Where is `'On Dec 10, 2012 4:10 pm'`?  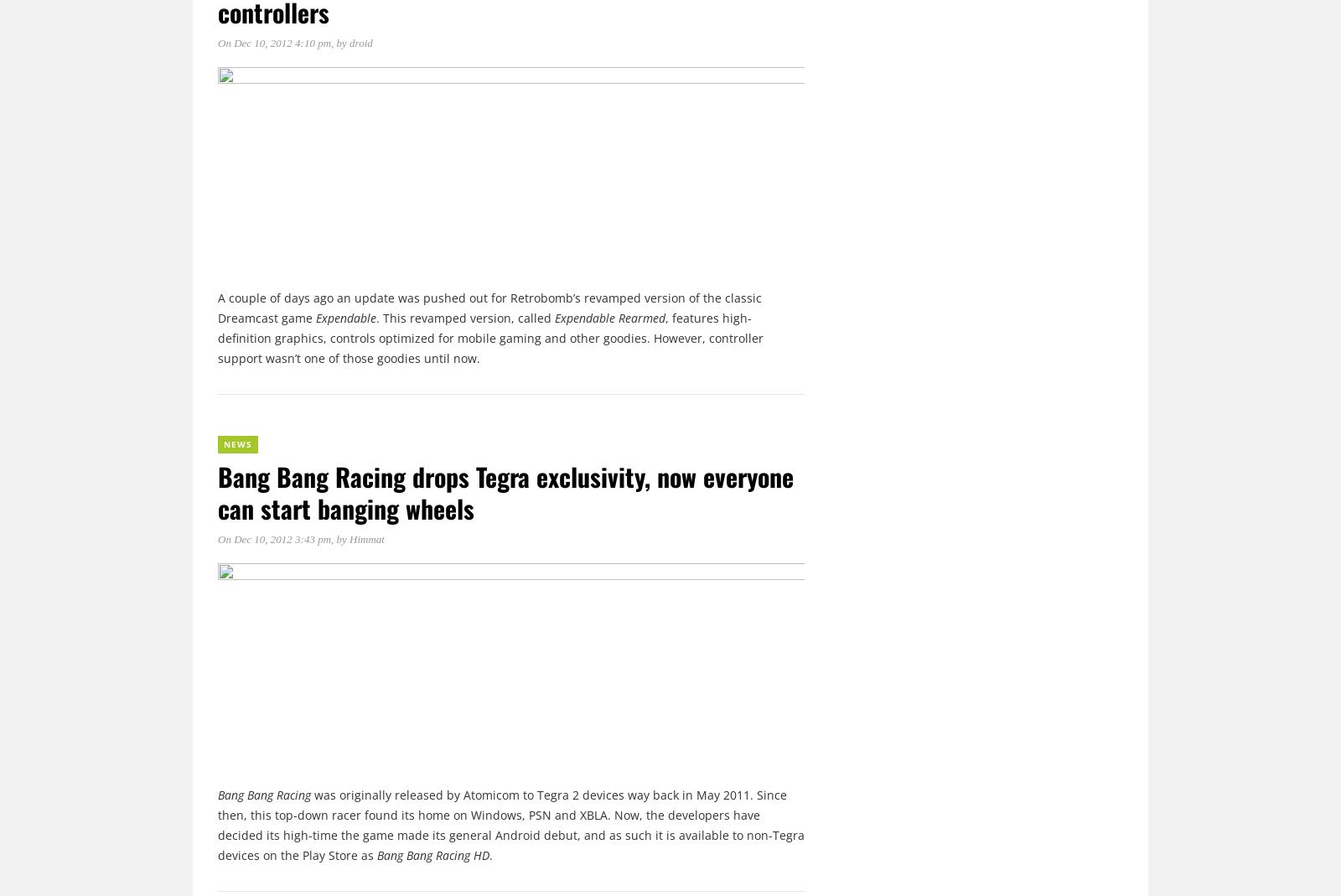
'On Dec 10, 2012 4:10 pm' is located at coordinates (274, 42).